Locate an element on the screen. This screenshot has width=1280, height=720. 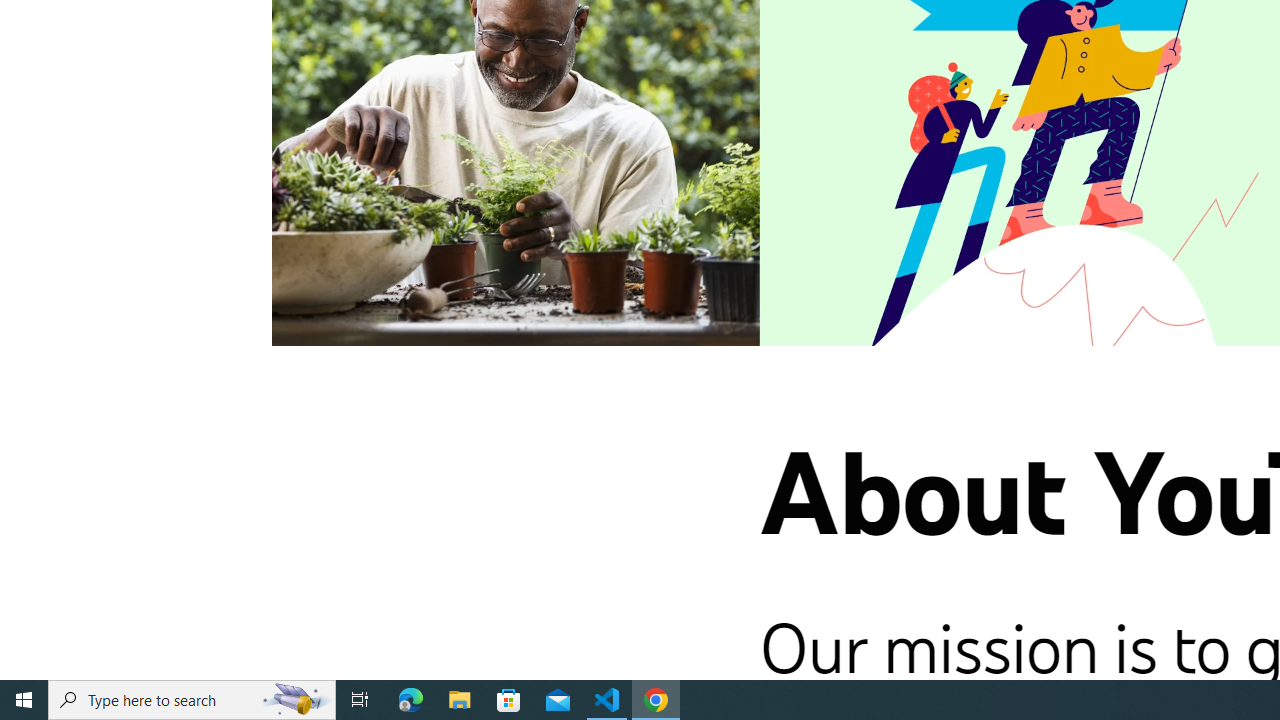
'Start' is located at coordinates (24, 698).